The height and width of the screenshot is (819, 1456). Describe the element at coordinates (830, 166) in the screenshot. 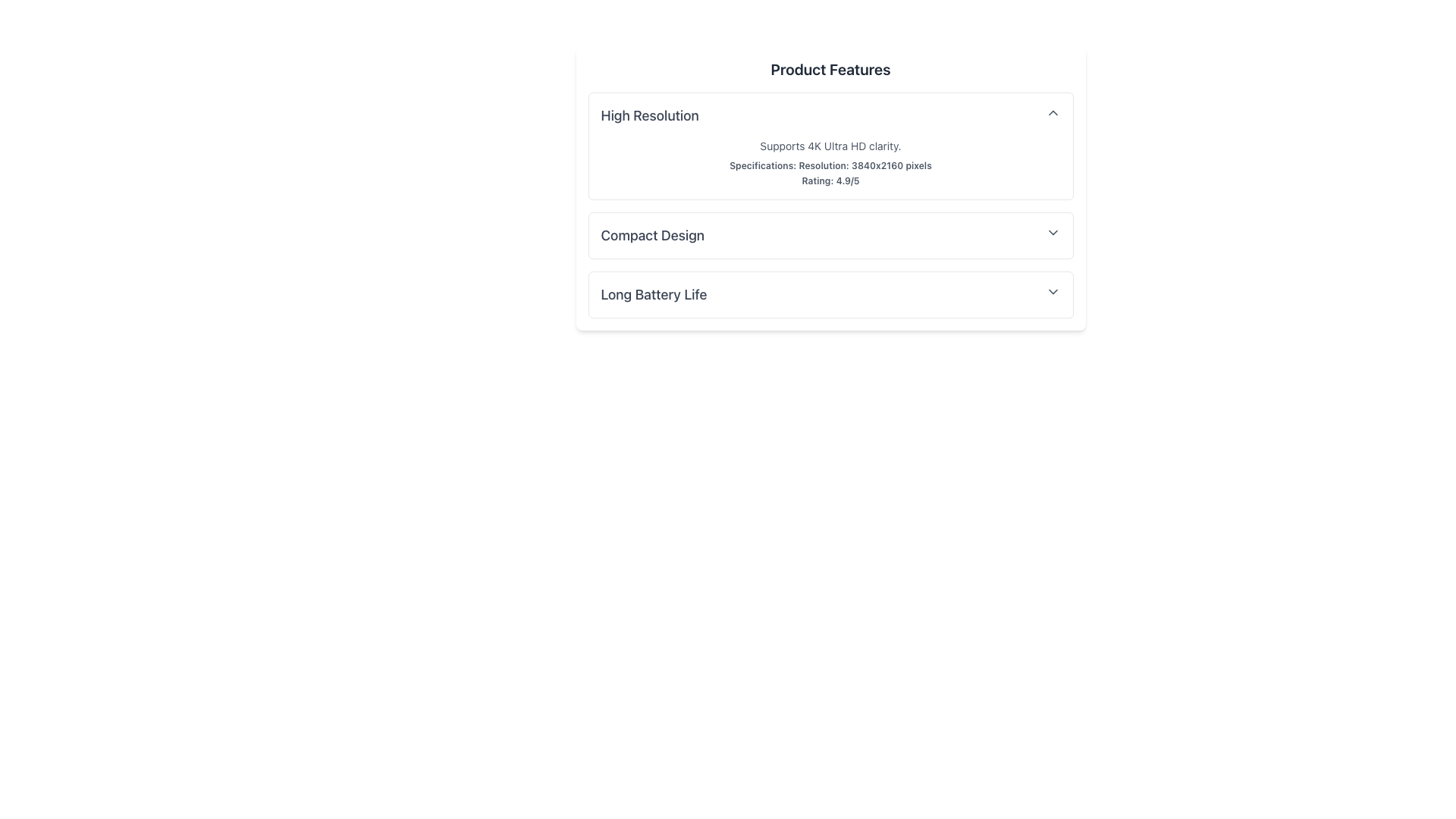

I see `text element providing specifications about the resolution capability of the product, located in the second position among three textual elements within the 'Product Features' section` at that location.